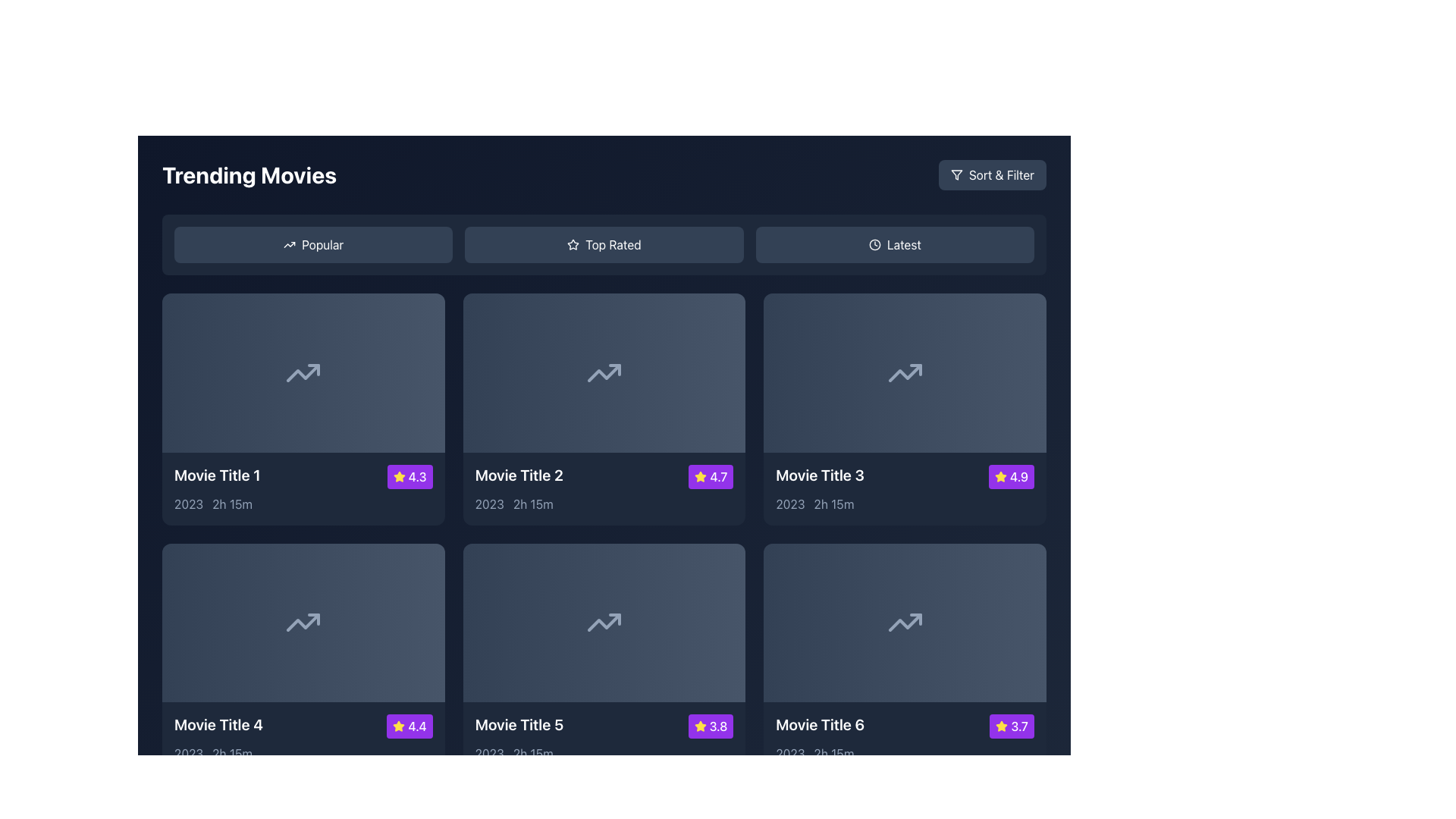 The width and height of the screenshot is (1456, 819). What do you see at coordinates (905, 738) in the screenshot?
I see `the text block displaying the movie title 'Movie Title 6' with a rating of '3.7', located in the lower part of a movie card in the 'Trending Movies' section` at bounding box center [905, 738].